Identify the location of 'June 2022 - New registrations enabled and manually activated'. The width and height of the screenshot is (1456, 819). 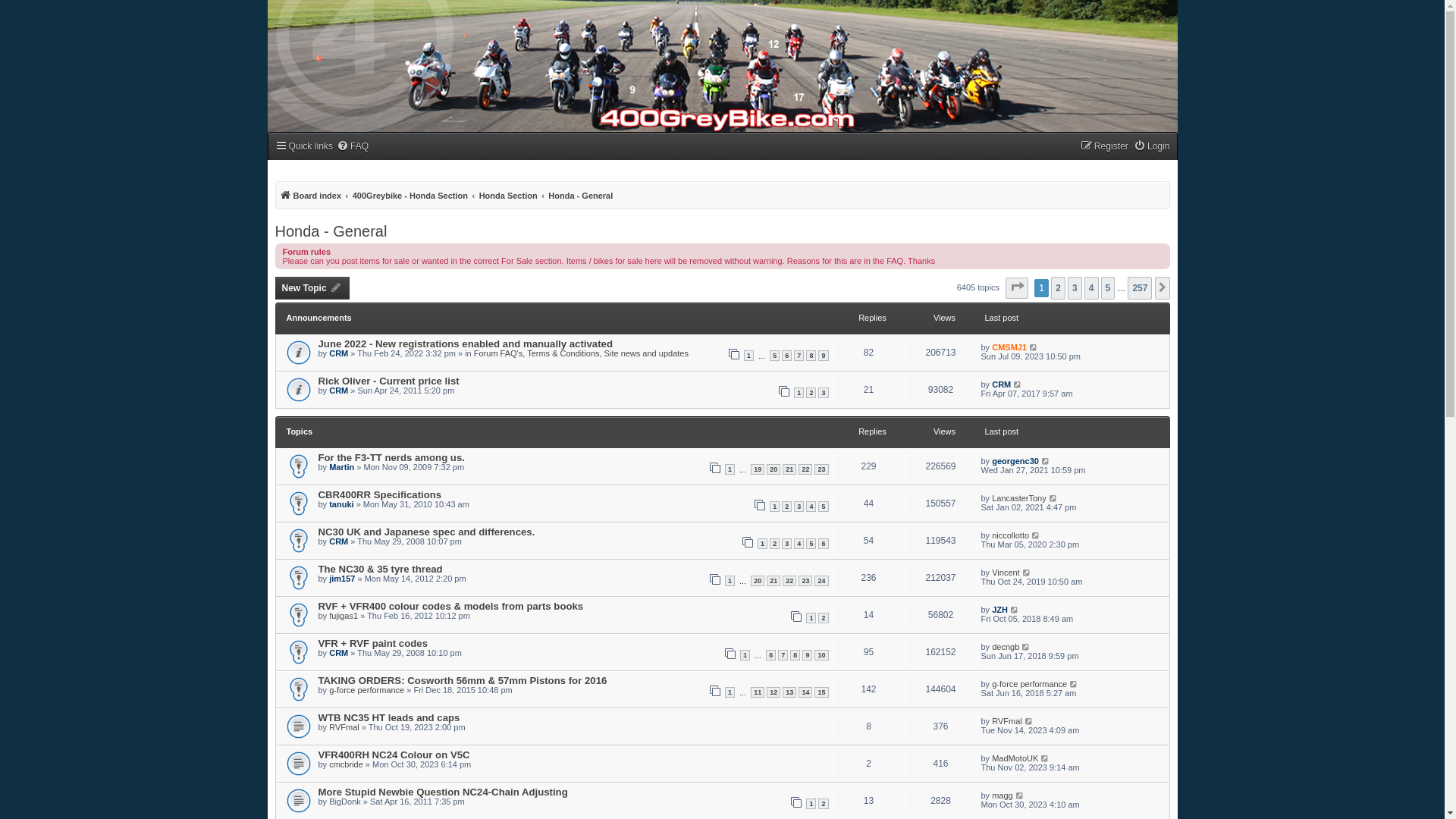
(465, 344).